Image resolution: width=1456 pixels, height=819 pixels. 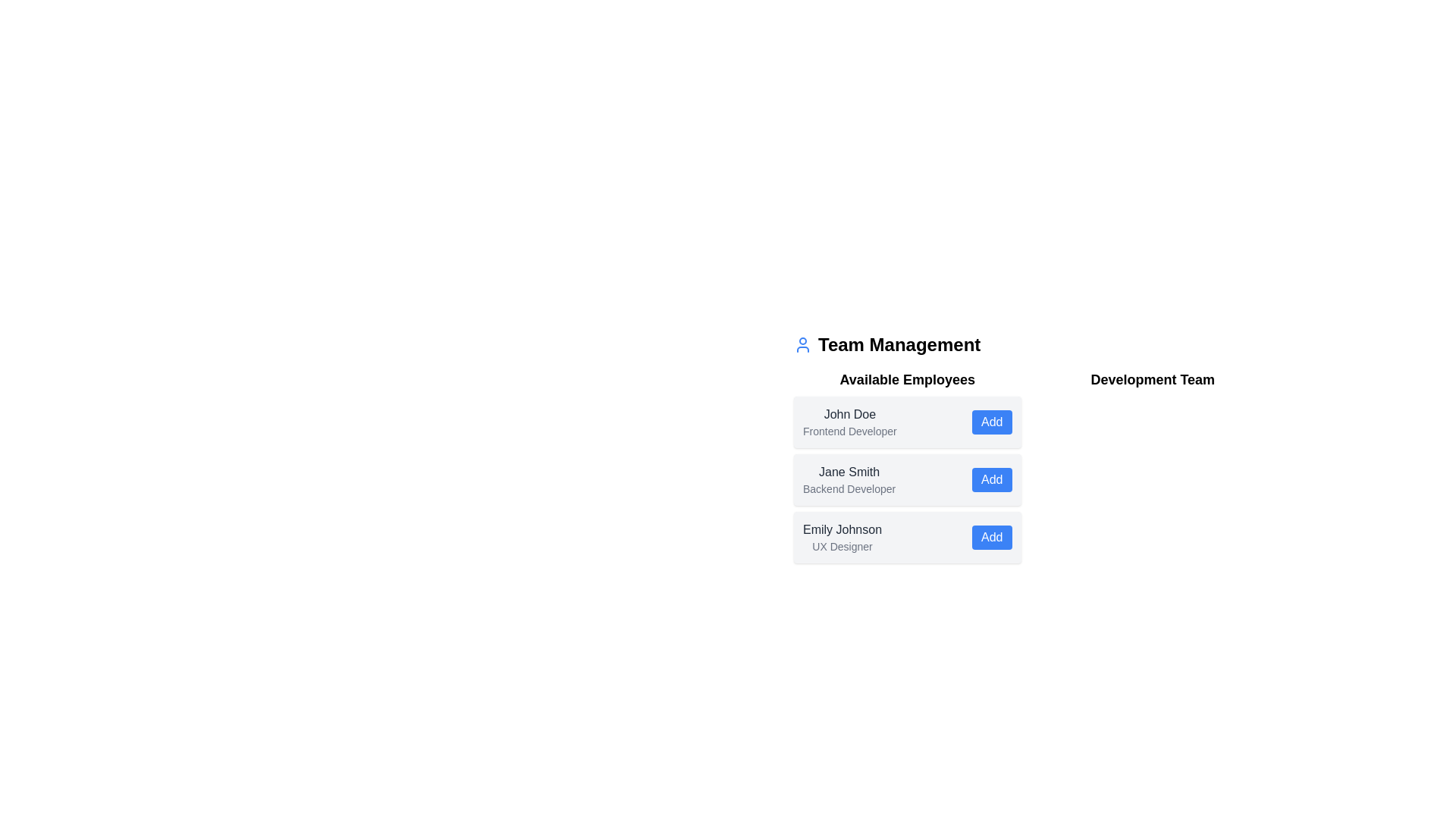 What do you see at coordinates (907, 479) in the screenshot?
I see `text information for the employee 'Jane Smith' and their role 'Backend Developer' by clicking on the corresponding List item button` at bounding box center [907, 479].